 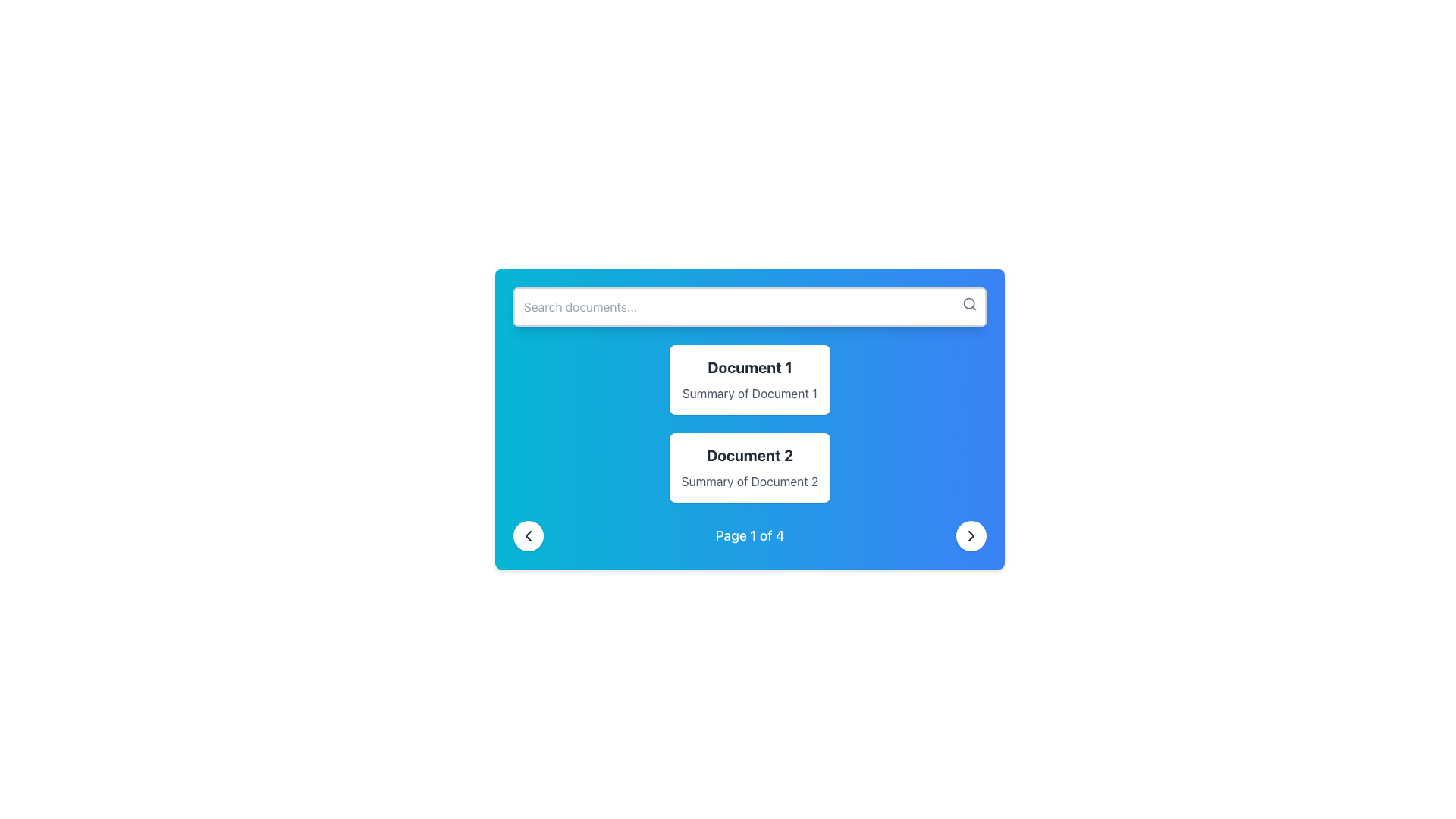 What do you see at coordinates (749, 467) in the screenshot?
I see `the informational card displaying 'Document 2' with a summary, which is the second card in a vertical layout below 'Document 1'` at bounding box center [749, 467].